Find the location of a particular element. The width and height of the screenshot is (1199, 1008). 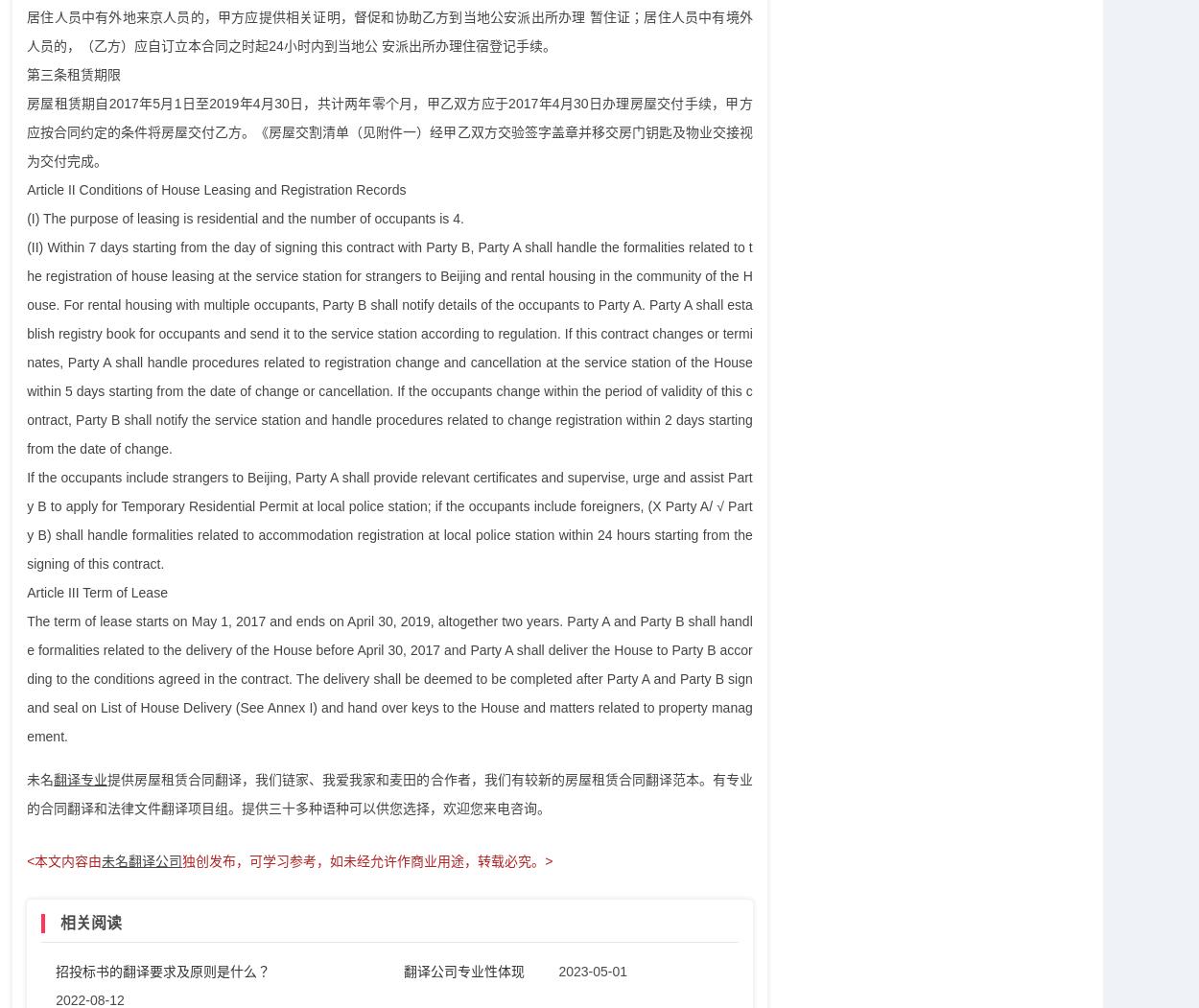

'2023-05-01' is located at coordinates (592, 970).